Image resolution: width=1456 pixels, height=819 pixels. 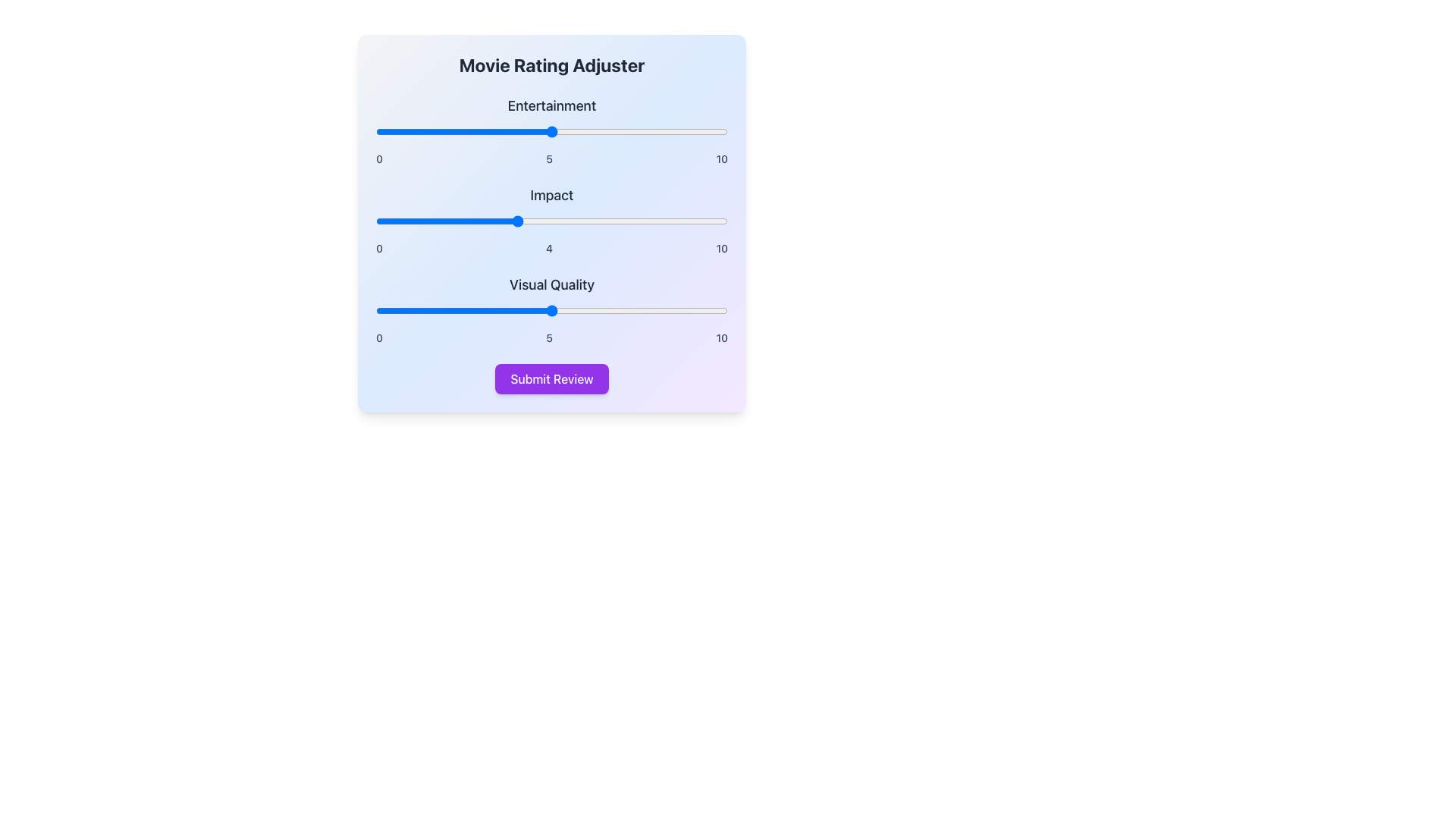 What do you see at coordinates (692, 221) in the screenshot?
I see `the Impact rating slider` at bounding box center [692, 221].